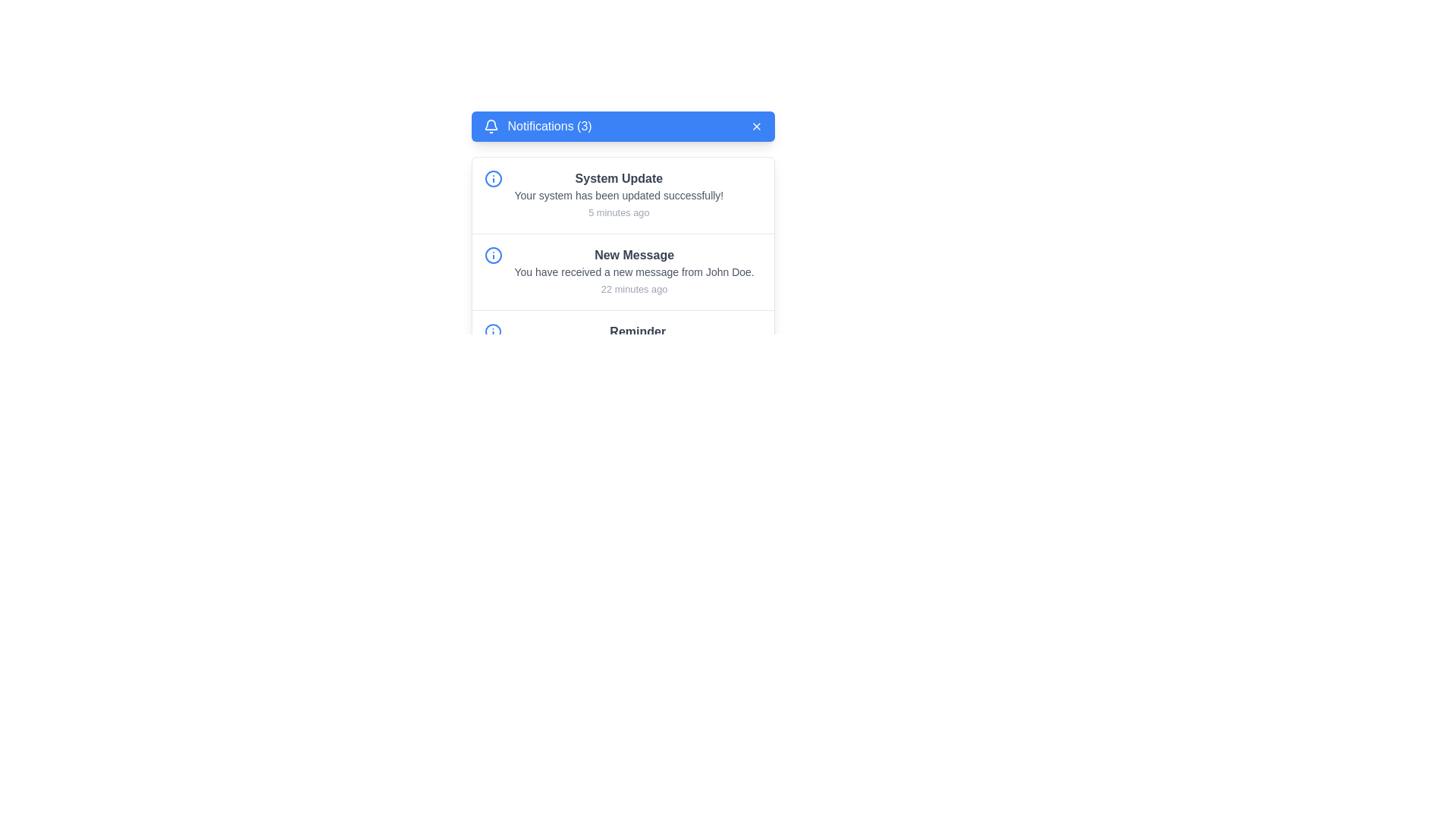 The height and width of the screenshot is (819, 1456). I want to click on static text label that displays 'System Update' at the top of the notification card, styled in bold gray typography, so click(619, 177).